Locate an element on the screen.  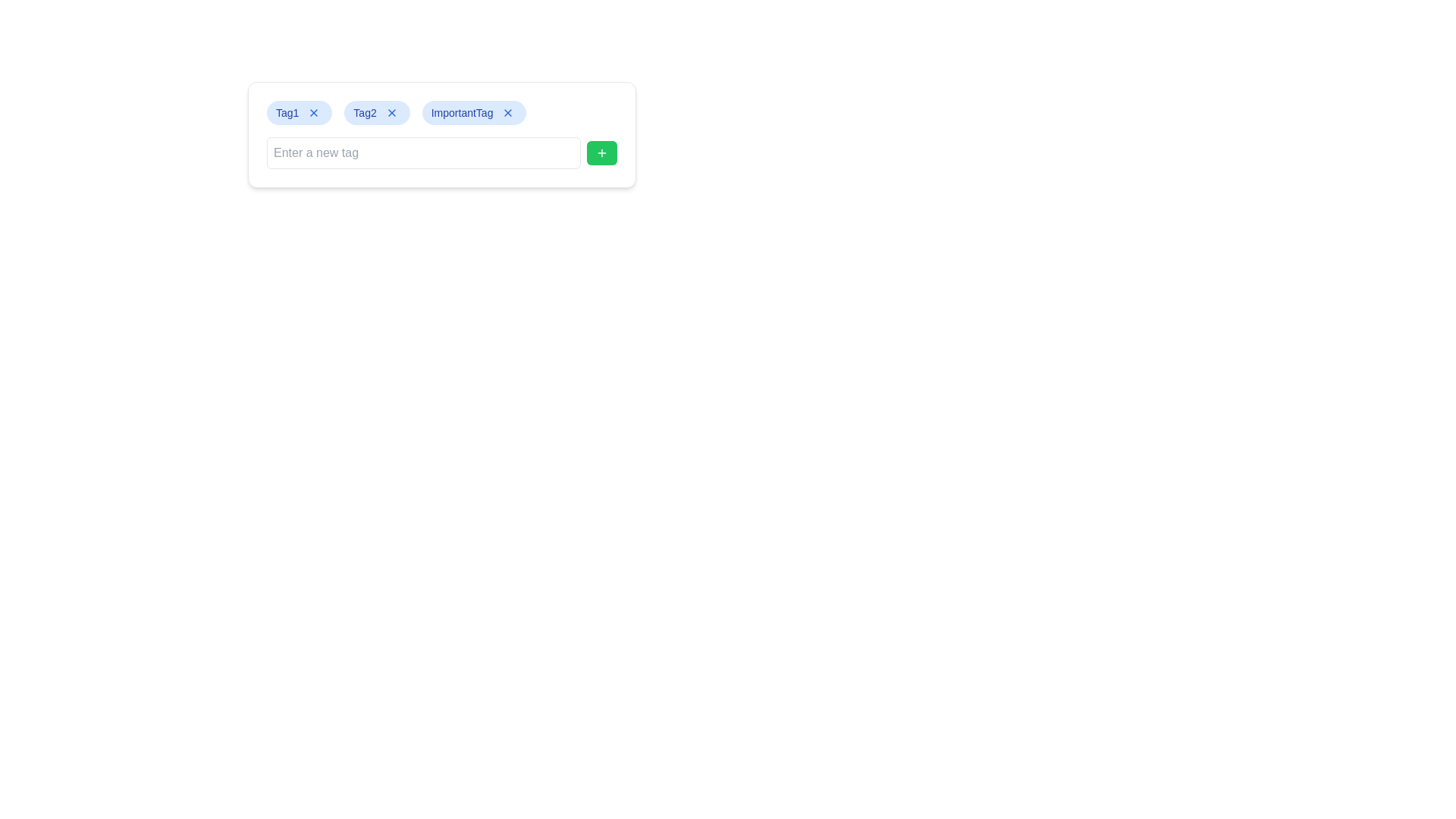
the small blue 'x' icon close button, located within 'Tag1' is located at coordinates (313, 112).